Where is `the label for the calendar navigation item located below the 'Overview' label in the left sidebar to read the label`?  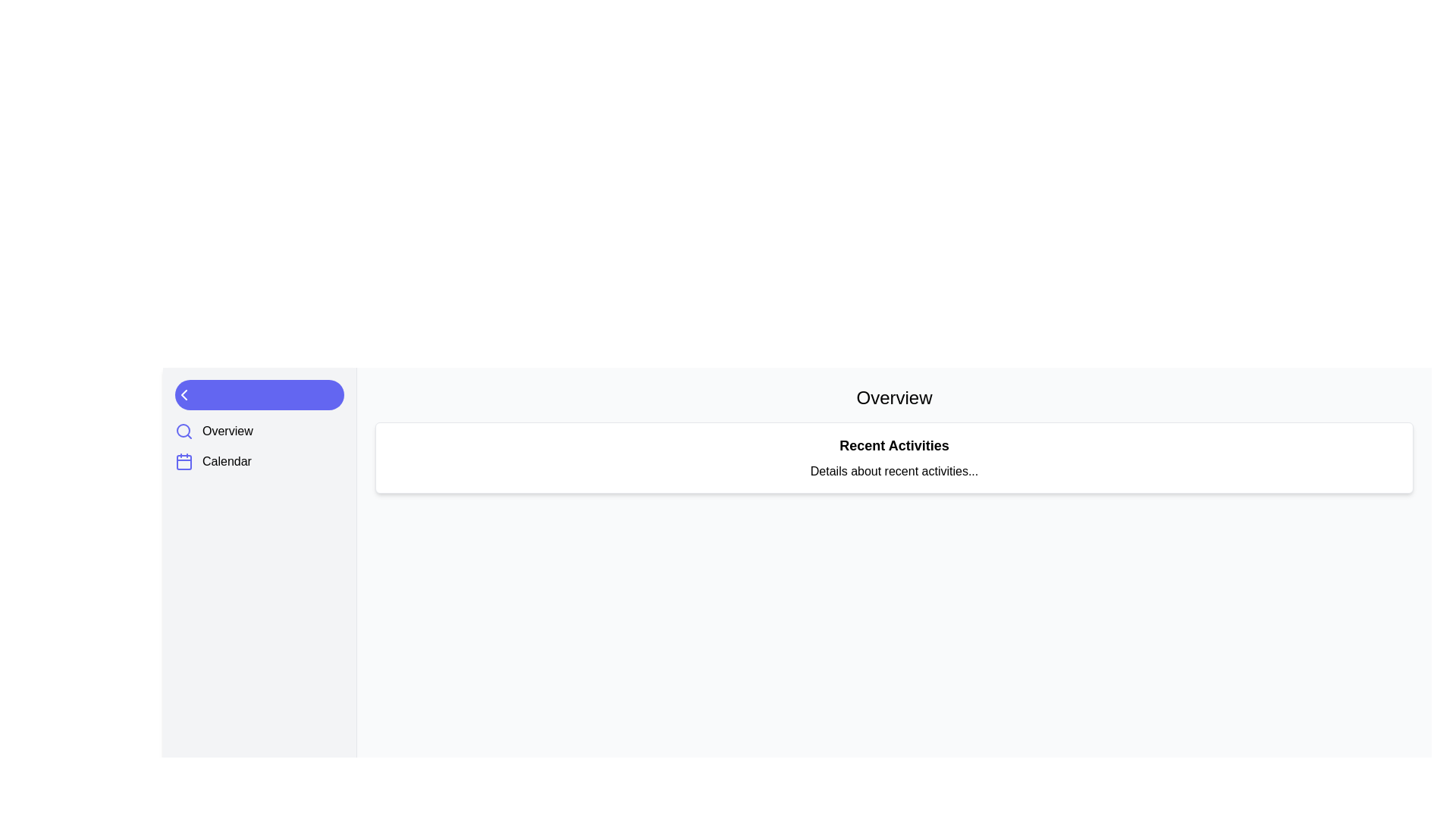
the label for the calendar navigation item located below the 'Overview' label in the left sidebar to read the label is located at coordinates (226, 461).